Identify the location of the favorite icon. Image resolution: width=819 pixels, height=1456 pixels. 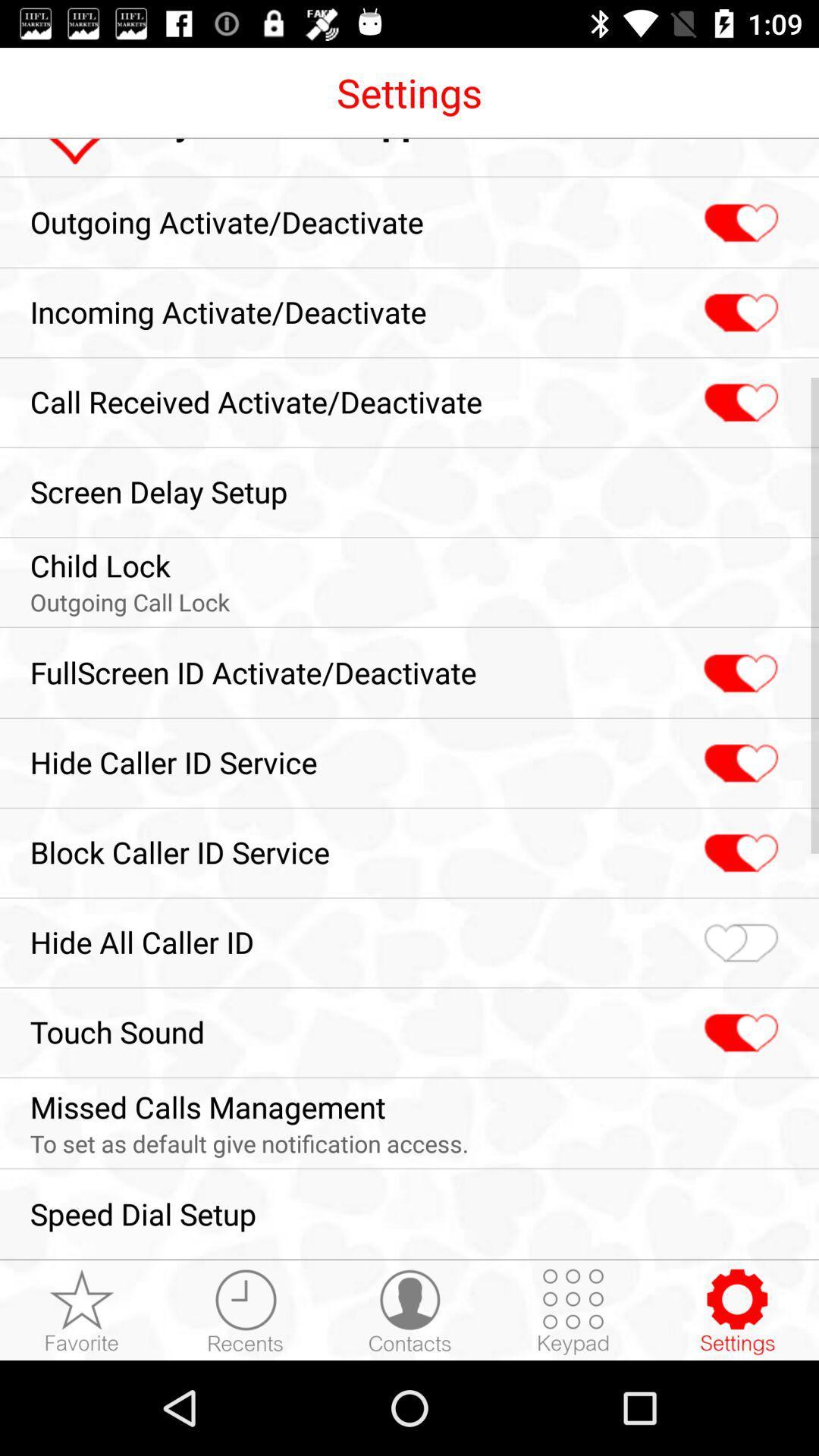
(739, 764).